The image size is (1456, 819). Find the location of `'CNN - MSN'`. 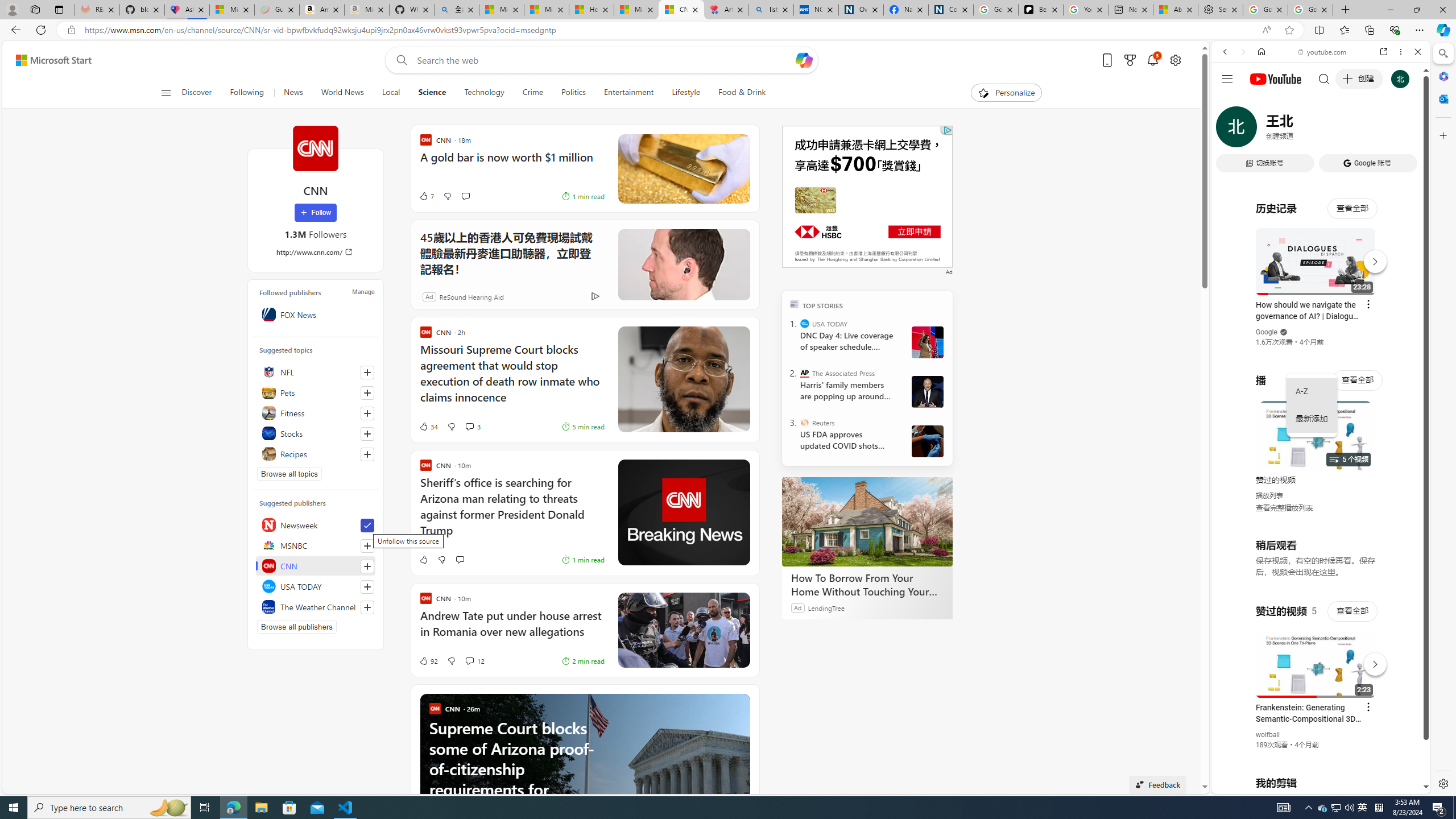

'CNN - MSN' is located at coordinates (681, 9).